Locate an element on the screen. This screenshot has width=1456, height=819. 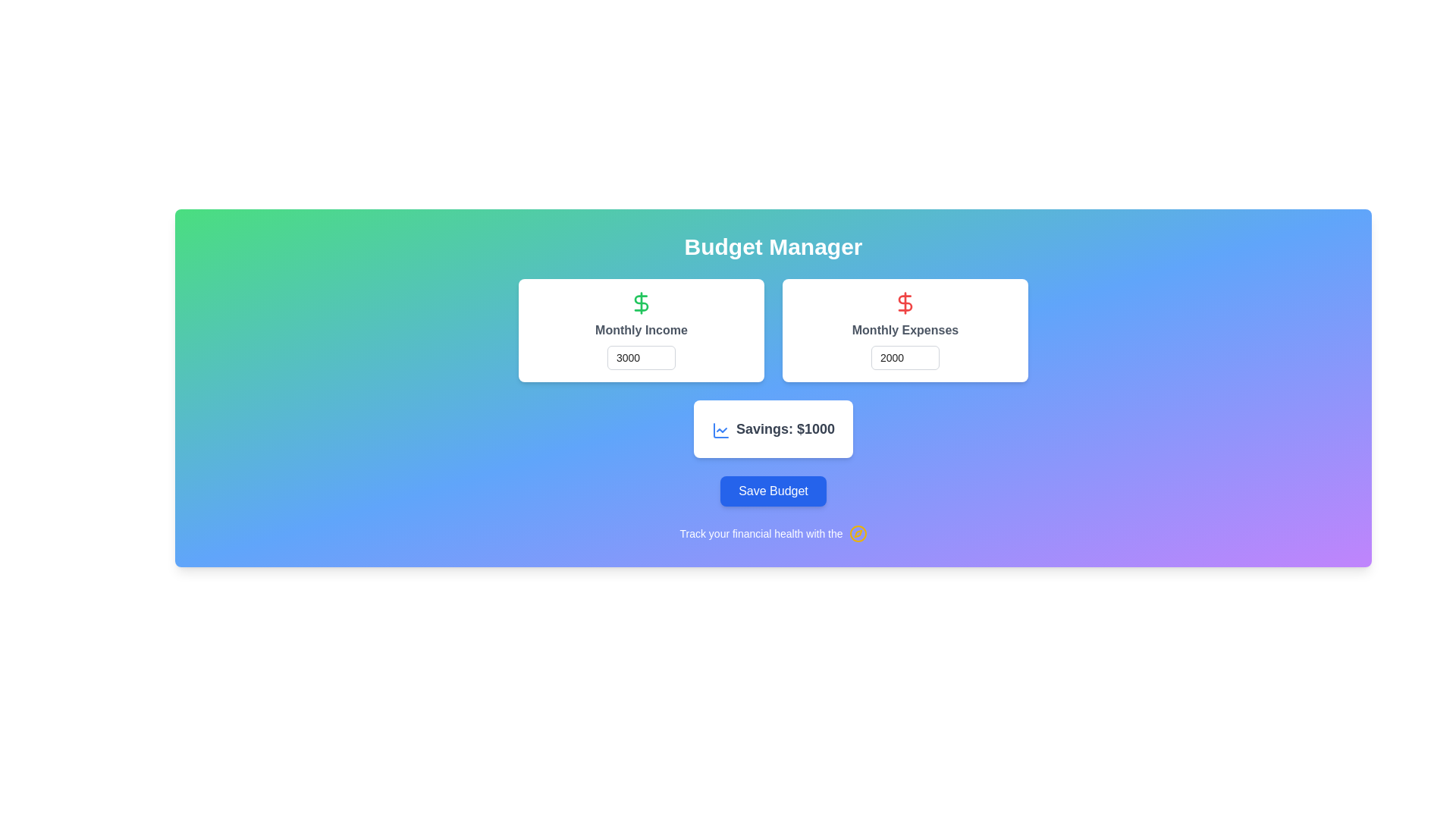
the small upward arrow button located above the downward arrow in the numeric input field for 'Monthly Income' to increment the displayed value is located at coordinates (674, 352).